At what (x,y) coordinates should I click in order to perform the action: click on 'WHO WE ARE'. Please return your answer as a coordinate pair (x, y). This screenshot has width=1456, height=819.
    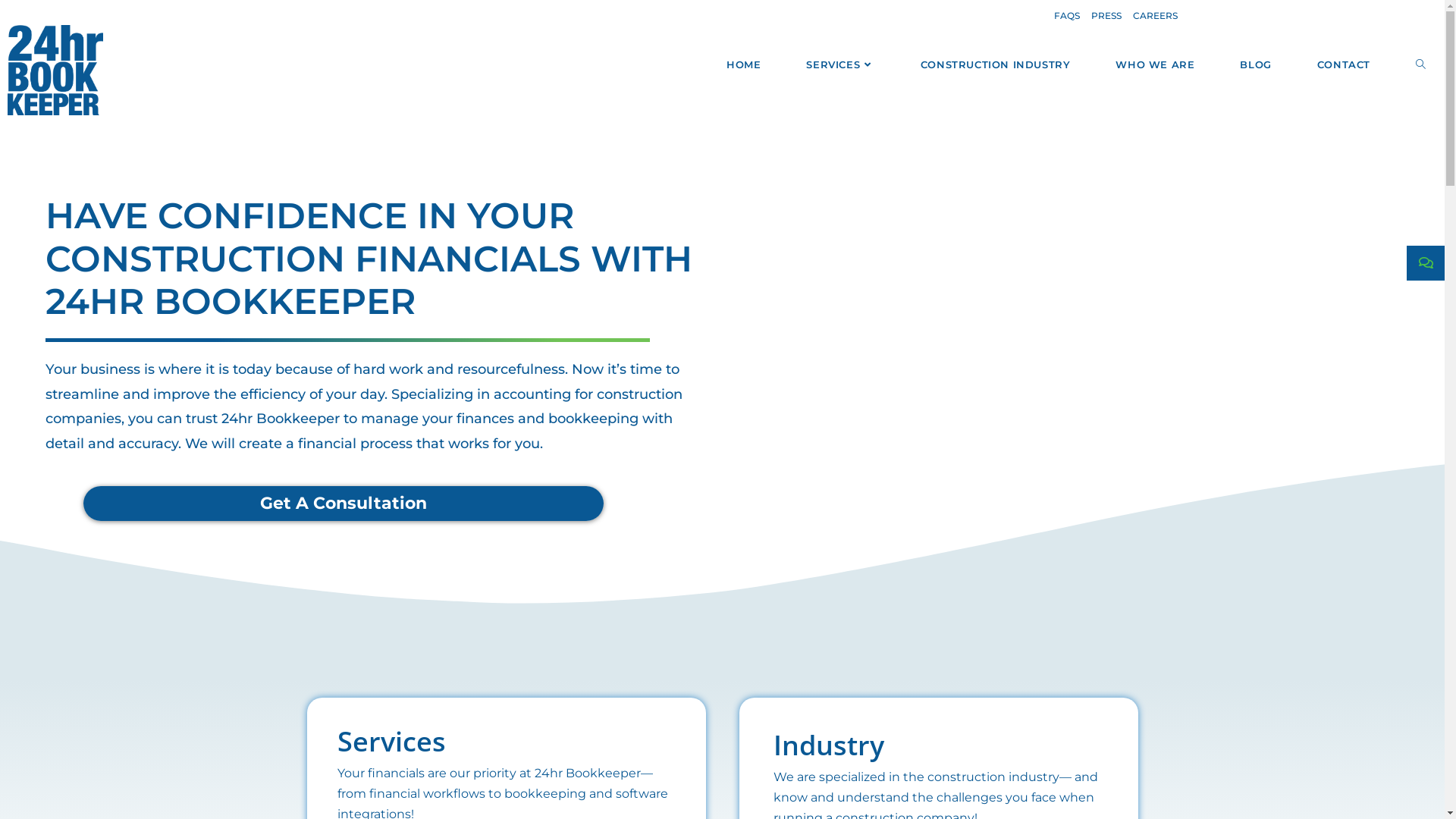
    Looking at the image, I should click on (1153, 63).